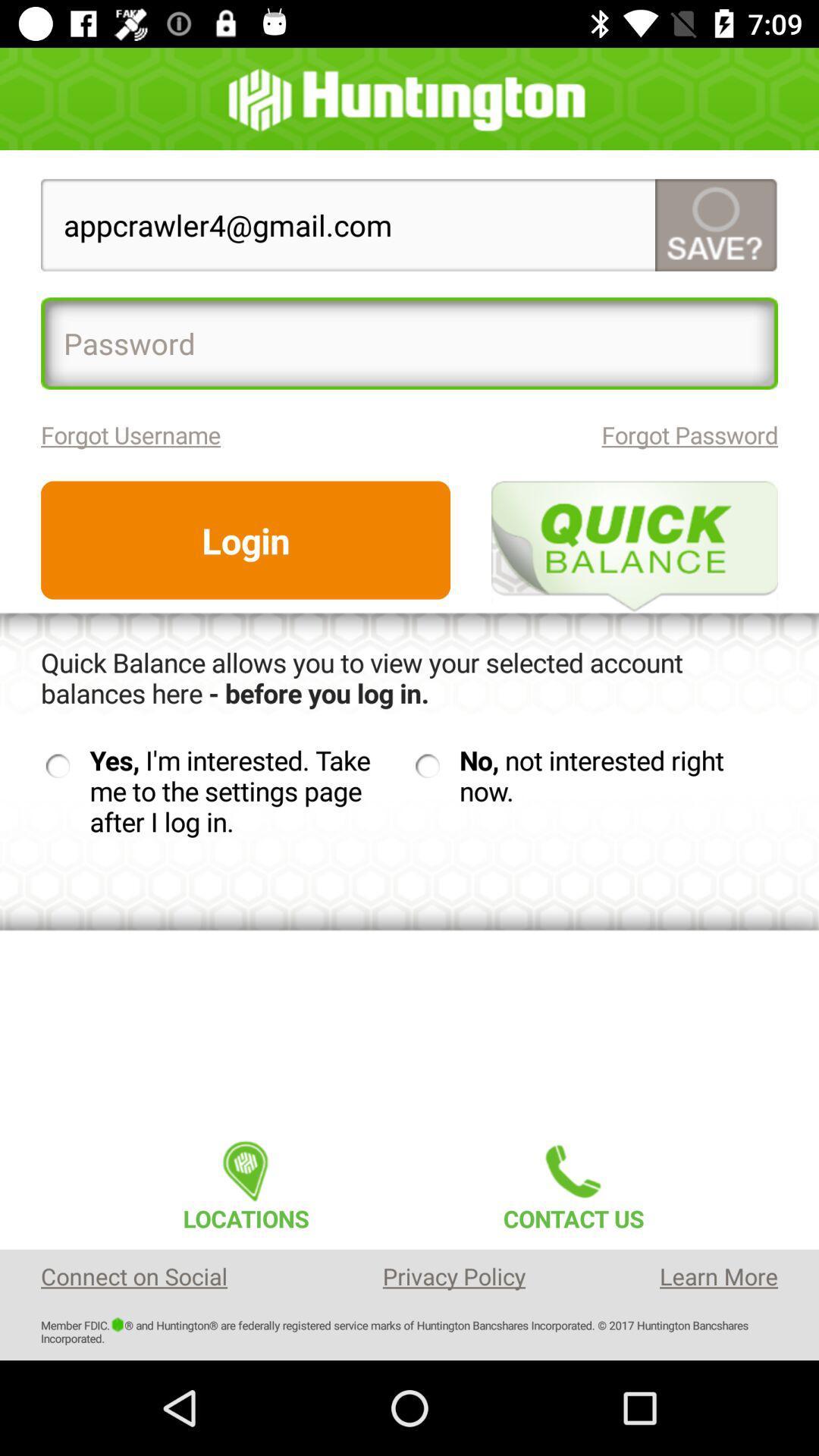  What do you see at coordinates (573, 1181) in the screenshot?
I see `the item above privacy policy icon` at bounding box center [573, 1181].